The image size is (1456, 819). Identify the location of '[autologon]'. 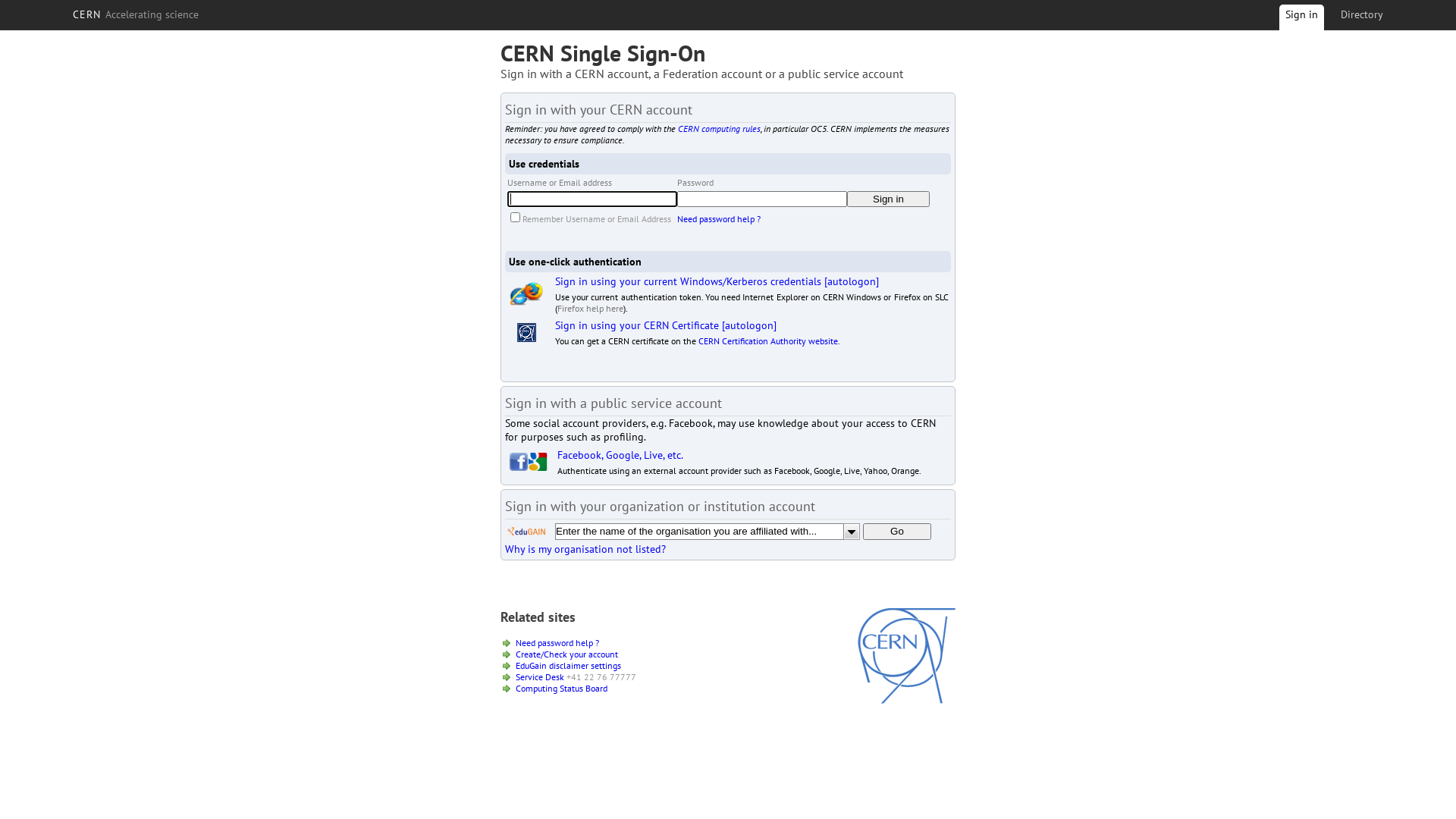
(852, 281).